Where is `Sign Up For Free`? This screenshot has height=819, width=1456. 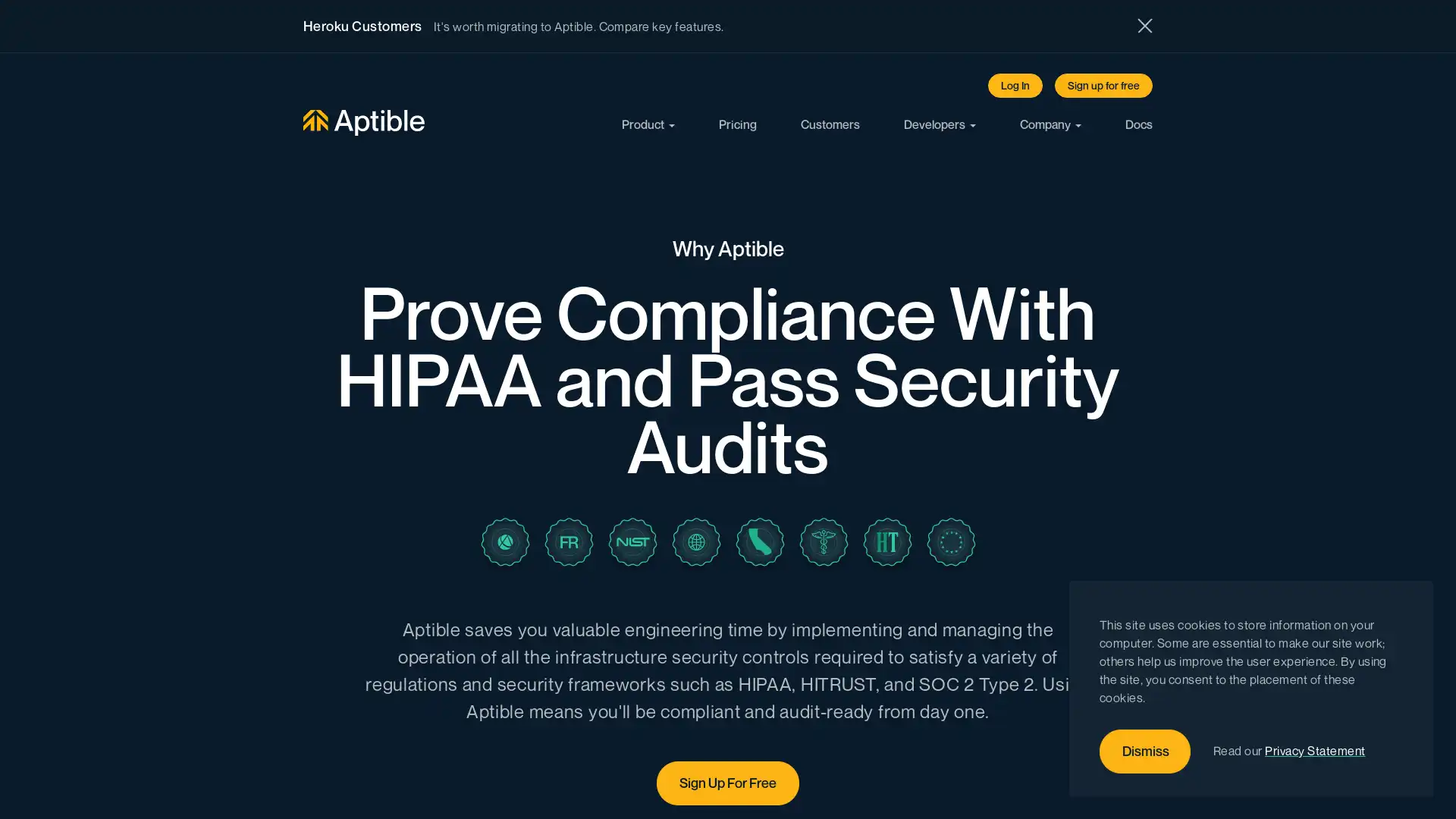
Sign Up For Free is located at coordinates (728, 783).